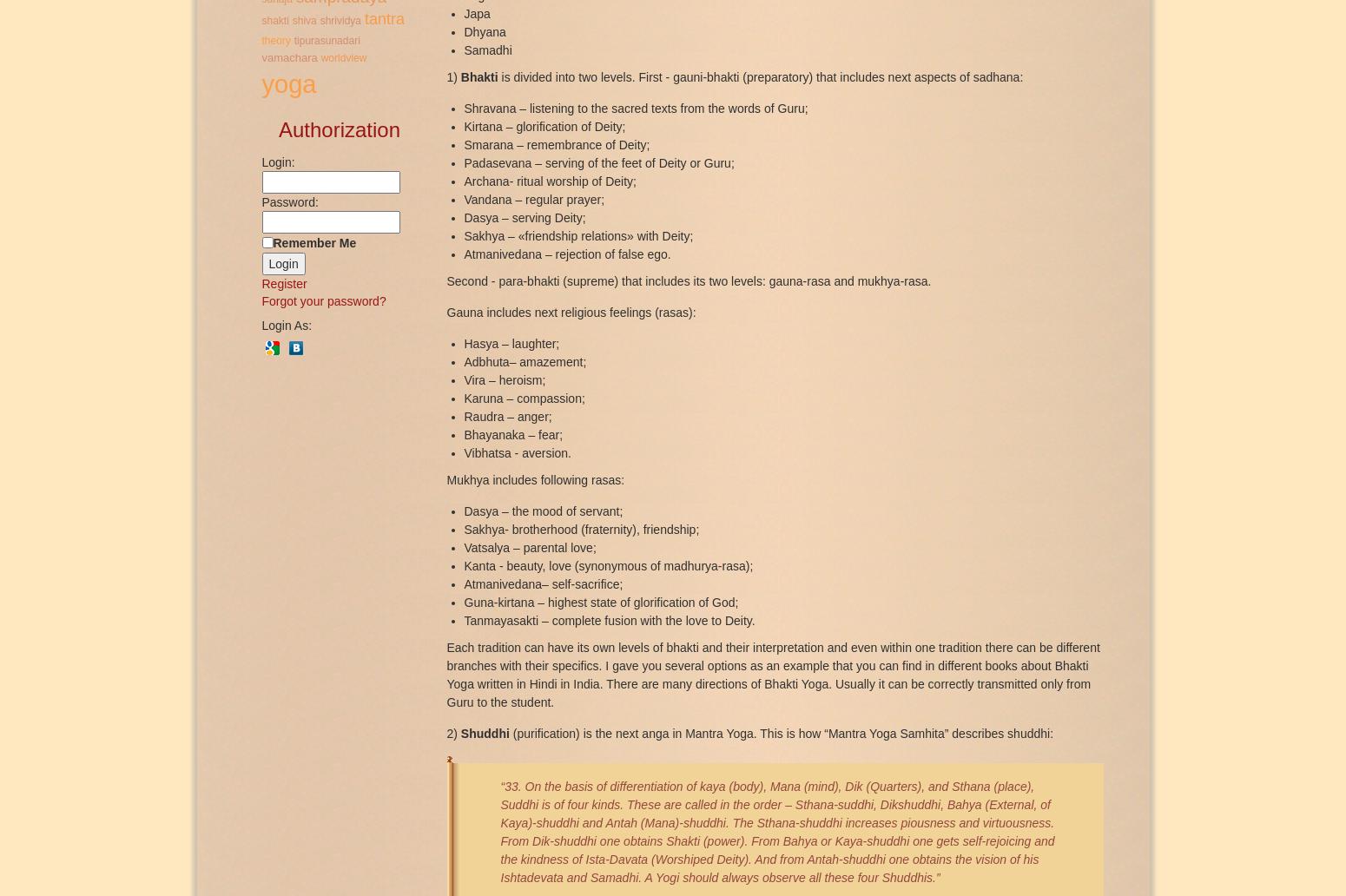 The height and width of the screenshot is (896, 1346). I want to click on 'Tanmayasakti – complete fusion with the love to Deity.', so click(609, 619).